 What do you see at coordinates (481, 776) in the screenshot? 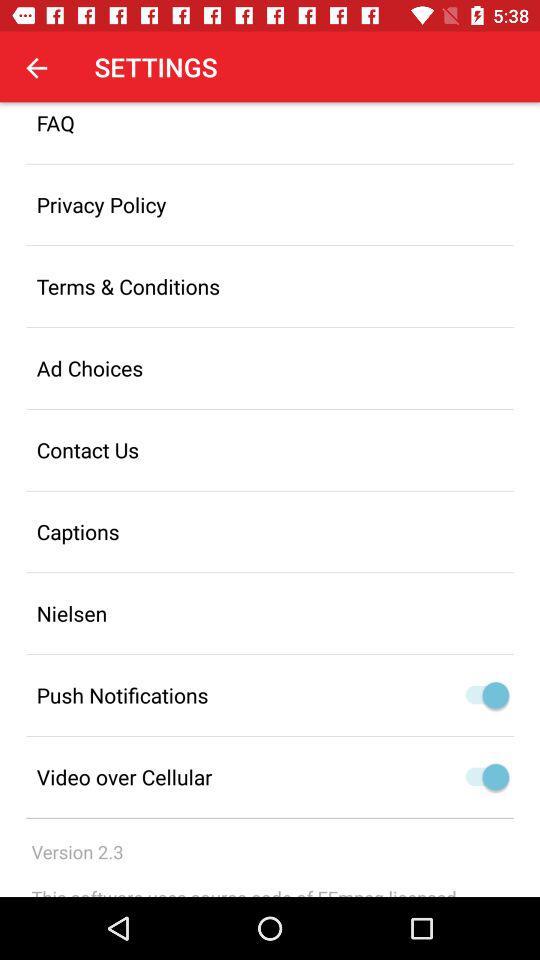
I see `switch off the video over cellular option` at bounding box center [481, 776].